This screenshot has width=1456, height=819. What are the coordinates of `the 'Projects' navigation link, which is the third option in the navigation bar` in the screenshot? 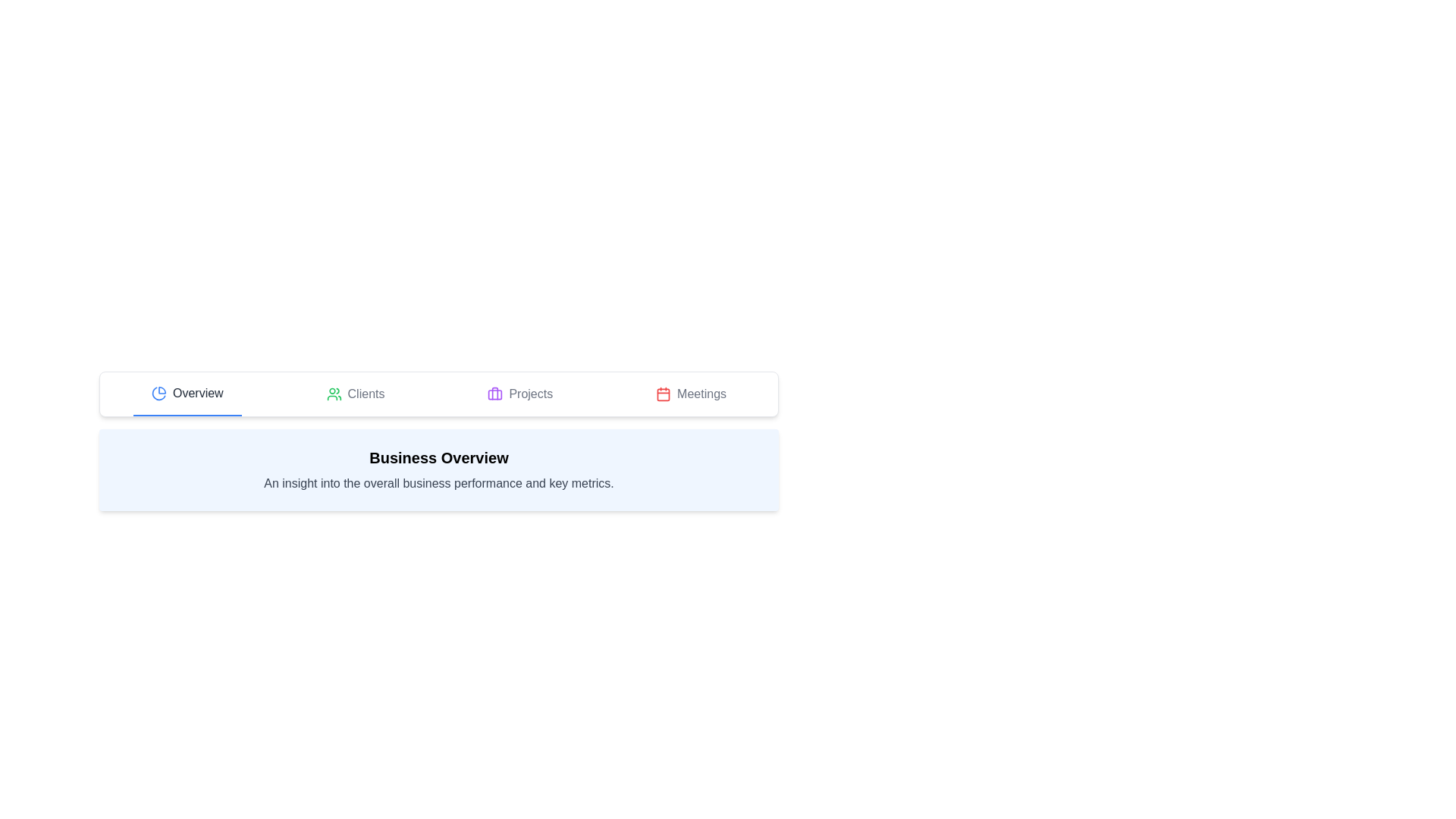 It's located at (520, 394).